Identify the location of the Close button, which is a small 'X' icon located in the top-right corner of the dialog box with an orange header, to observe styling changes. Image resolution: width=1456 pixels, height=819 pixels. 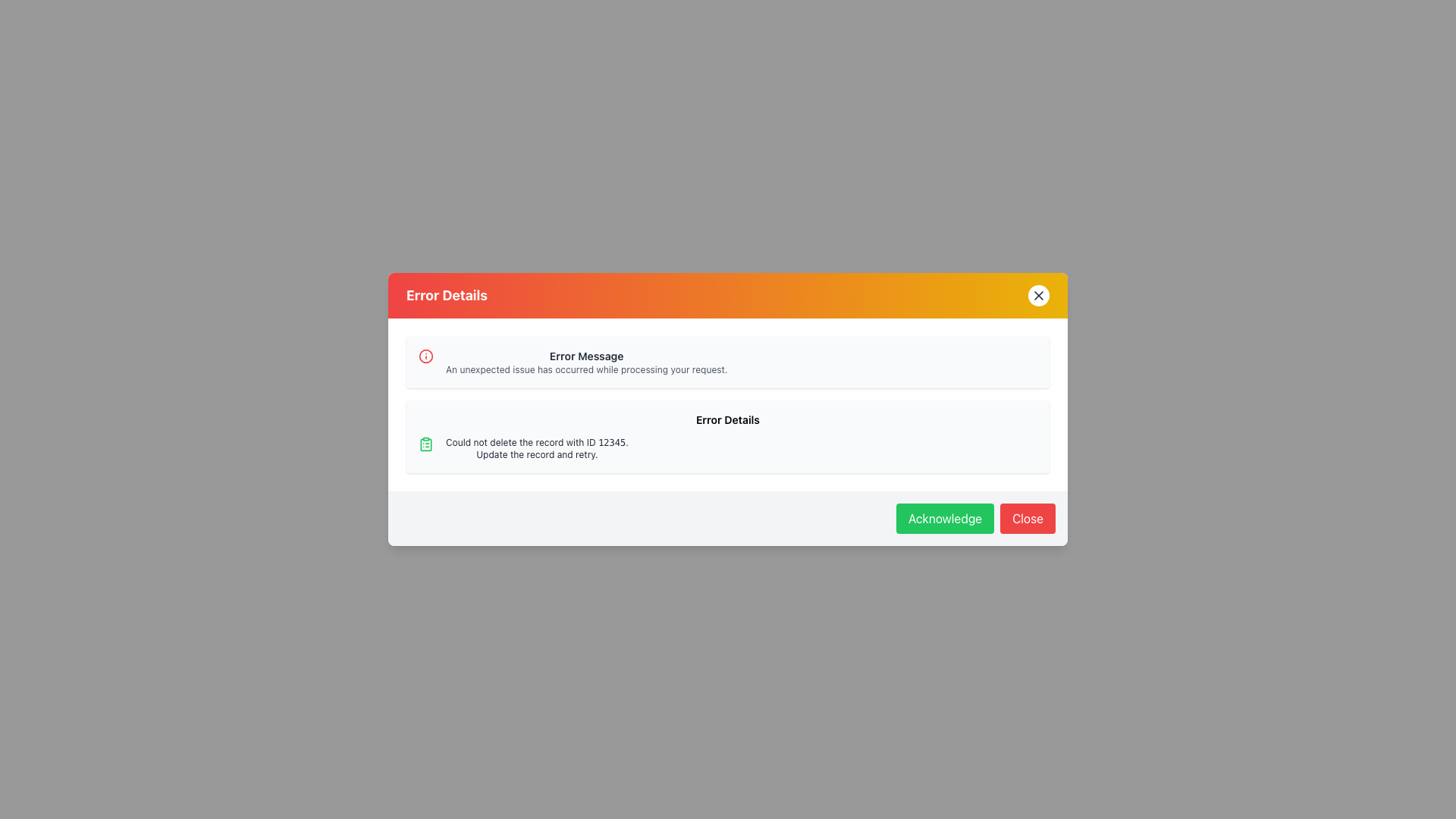
(1037, 295).